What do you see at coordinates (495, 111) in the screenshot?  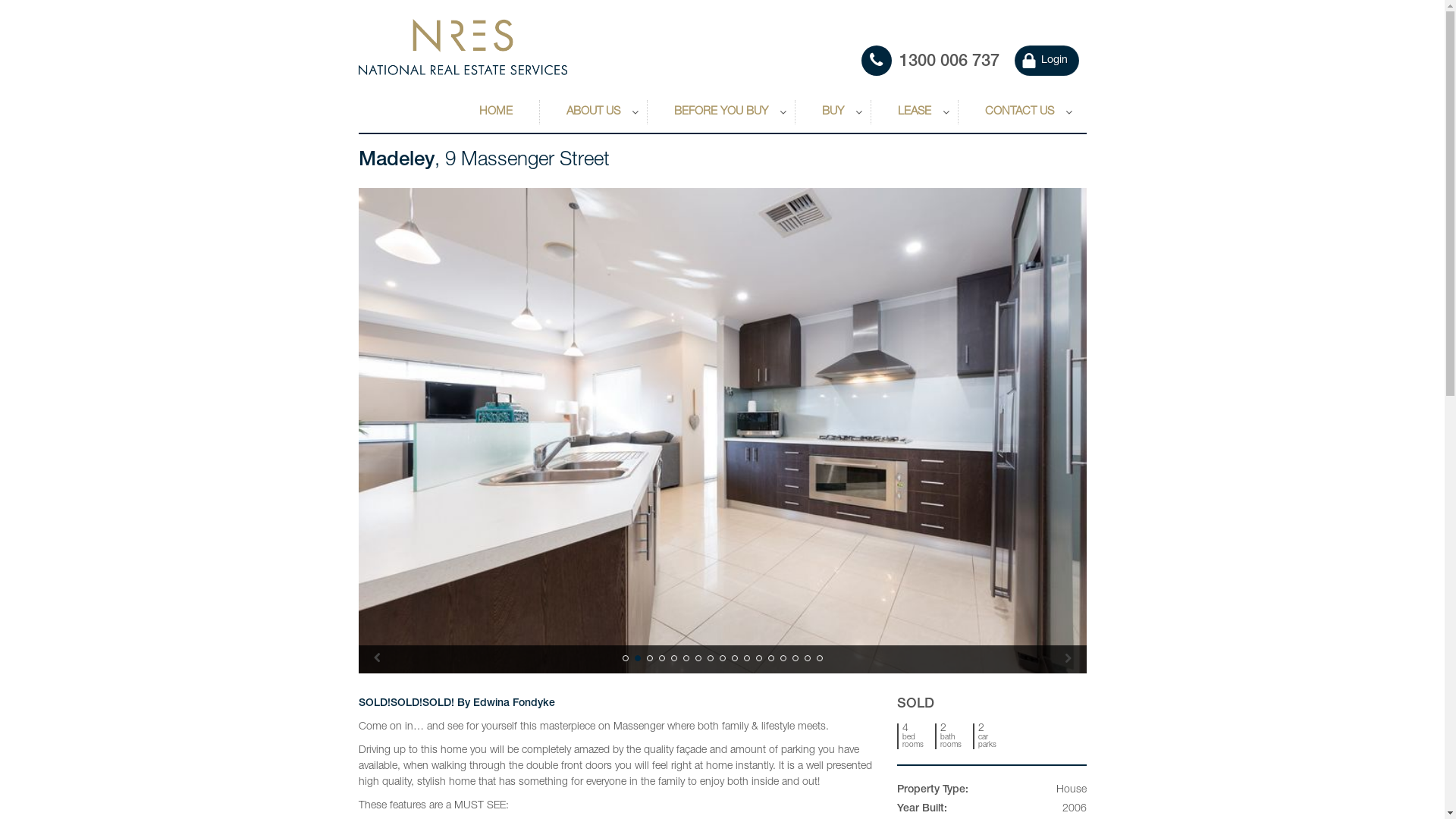 I see `'HOME'` at bounding box center [495, 111].